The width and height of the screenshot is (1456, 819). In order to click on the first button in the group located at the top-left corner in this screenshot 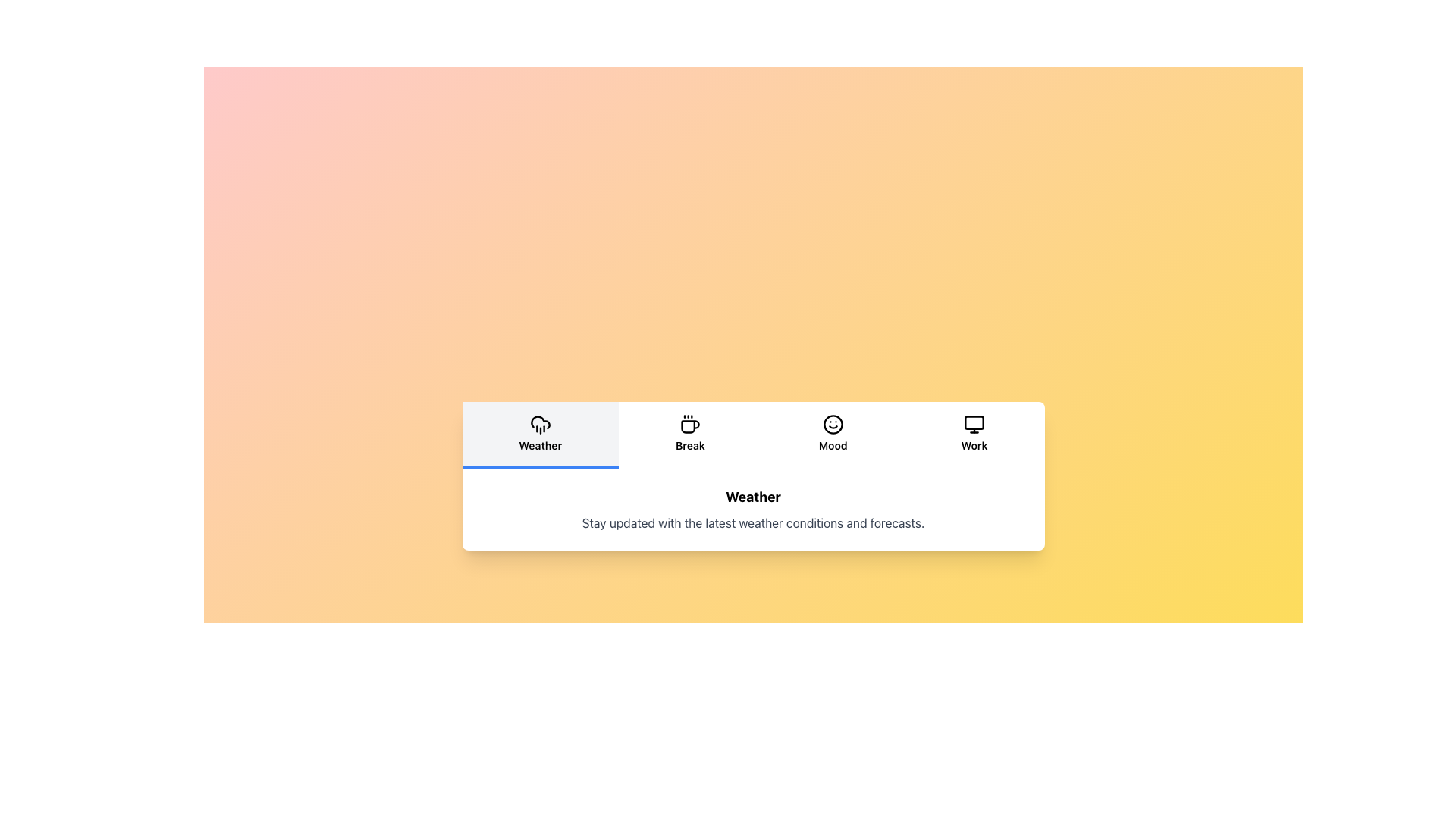, I will do `click(540, 435)`.